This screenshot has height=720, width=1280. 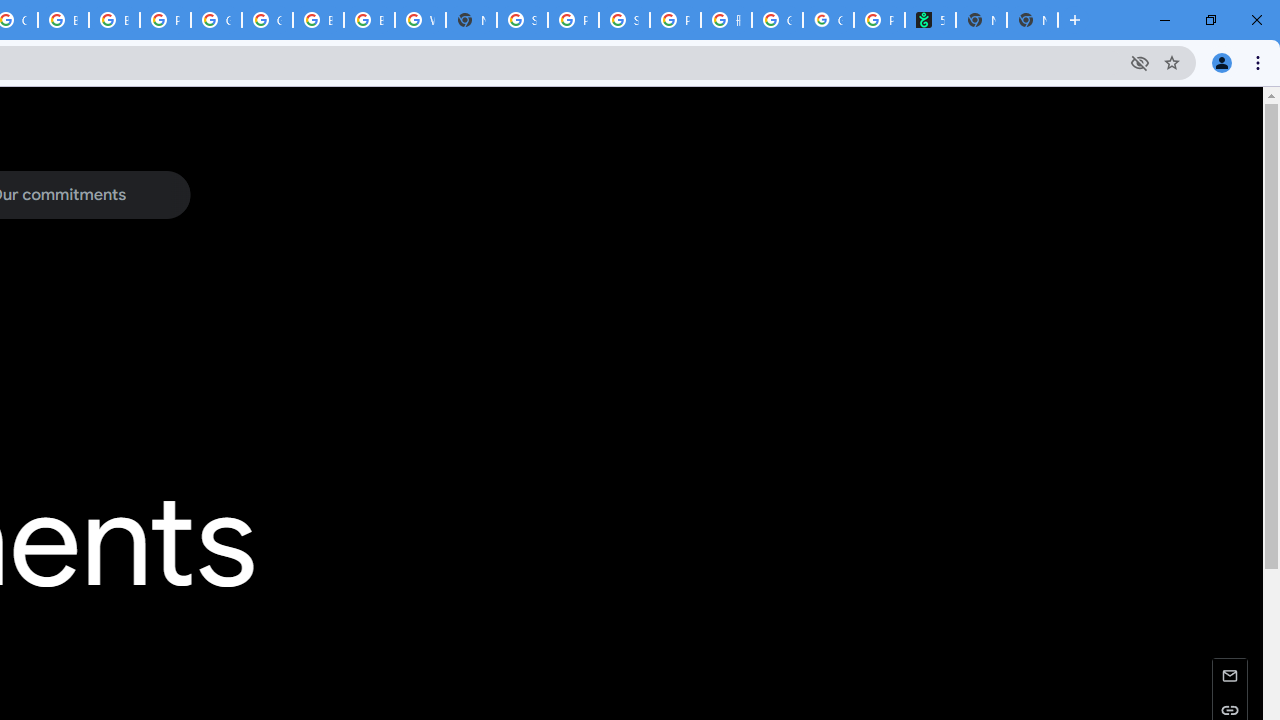 I want to click on 'Browse Chrome as a guest - Computer - Google Chrome Help', so click(x=369, y=20).